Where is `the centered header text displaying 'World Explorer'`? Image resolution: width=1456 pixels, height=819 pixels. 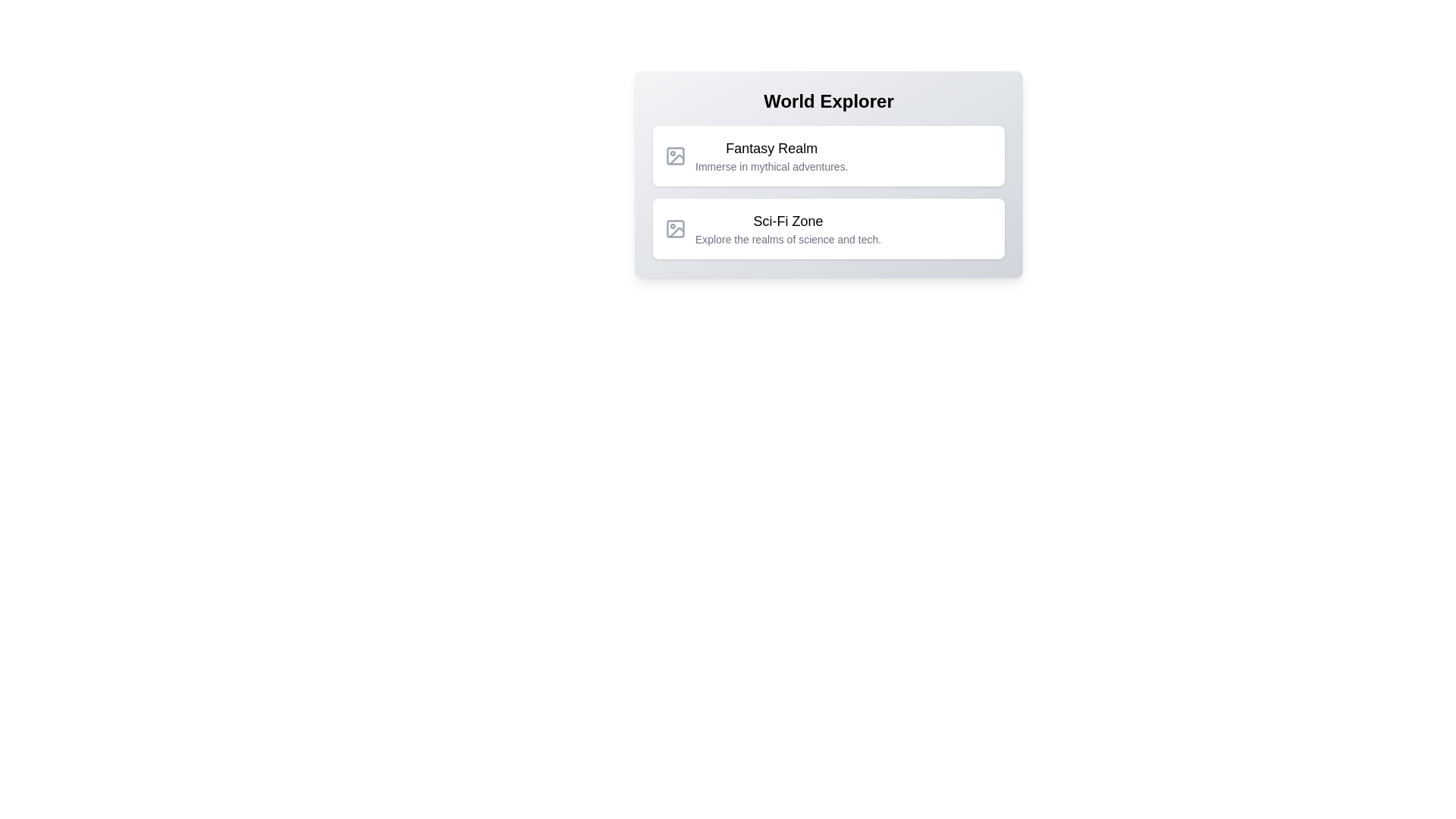 the centered header text displaying 'World Explorer' is located at coordinates (828, 102).